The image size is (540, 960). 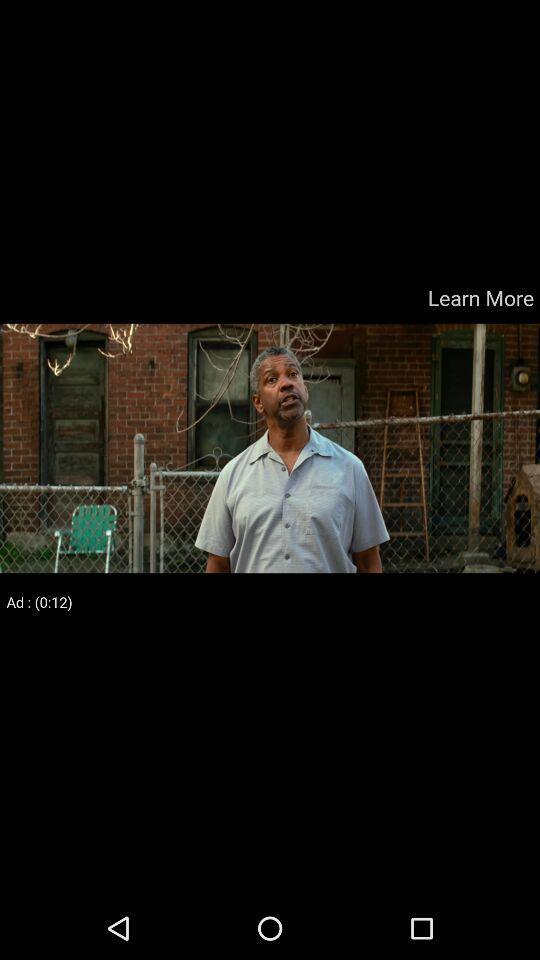 I want to click on color print, so click(x=270, y=448).